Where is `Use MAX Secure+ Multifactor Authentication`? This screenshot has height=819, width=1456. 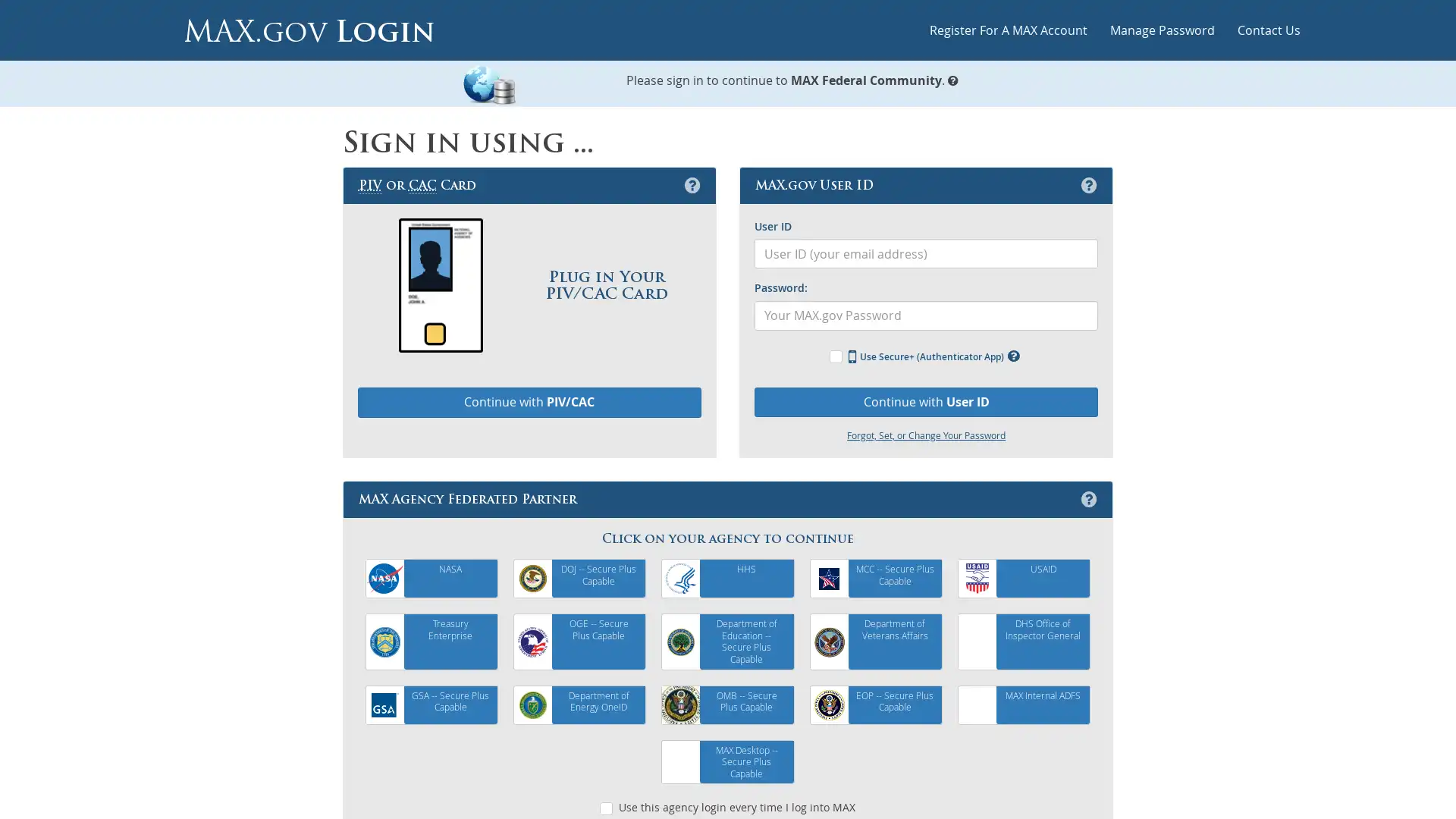
Use MAX Secure+ Multifactor Authentication is located at coordinates (1013, 356).